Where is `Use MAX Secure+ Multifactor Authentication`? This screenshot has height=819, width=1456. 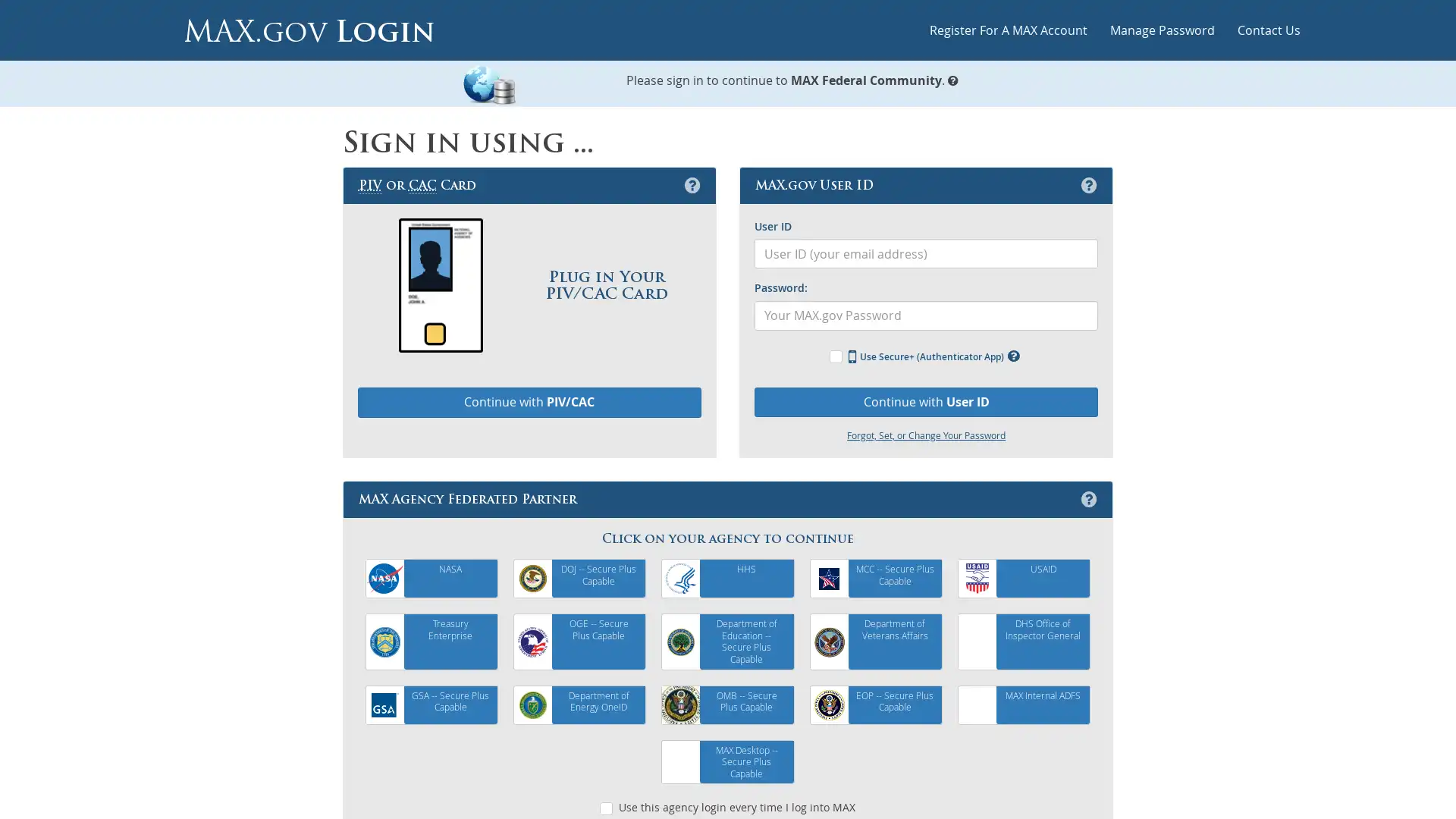
Use MAX Secure+ Multifactor Authentication is located at coordinates (1013, 356).